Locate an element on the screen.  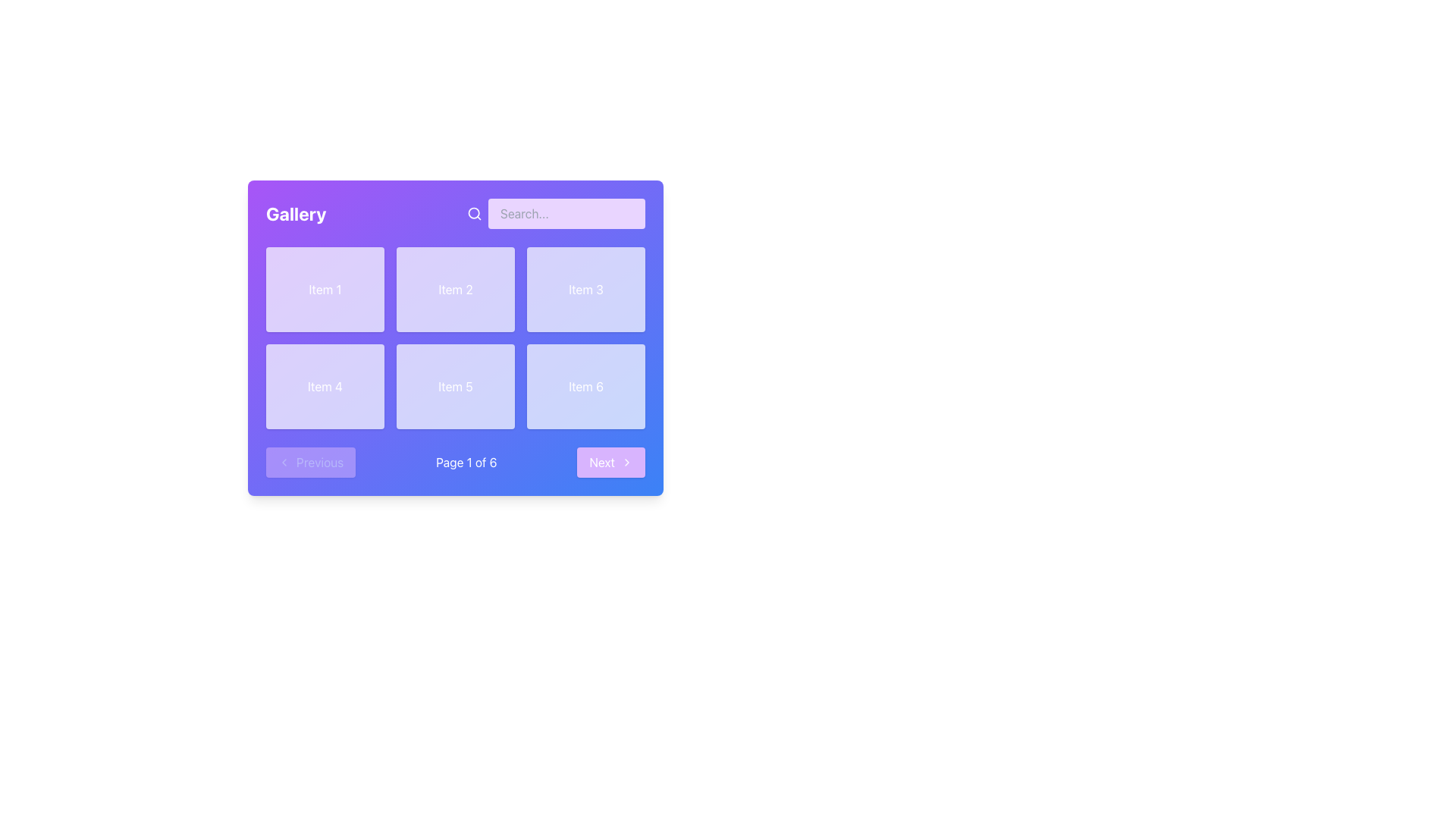
the 'Next' button located at the bottom-right corner of the pagination controls is located at coordinates (611, 461).